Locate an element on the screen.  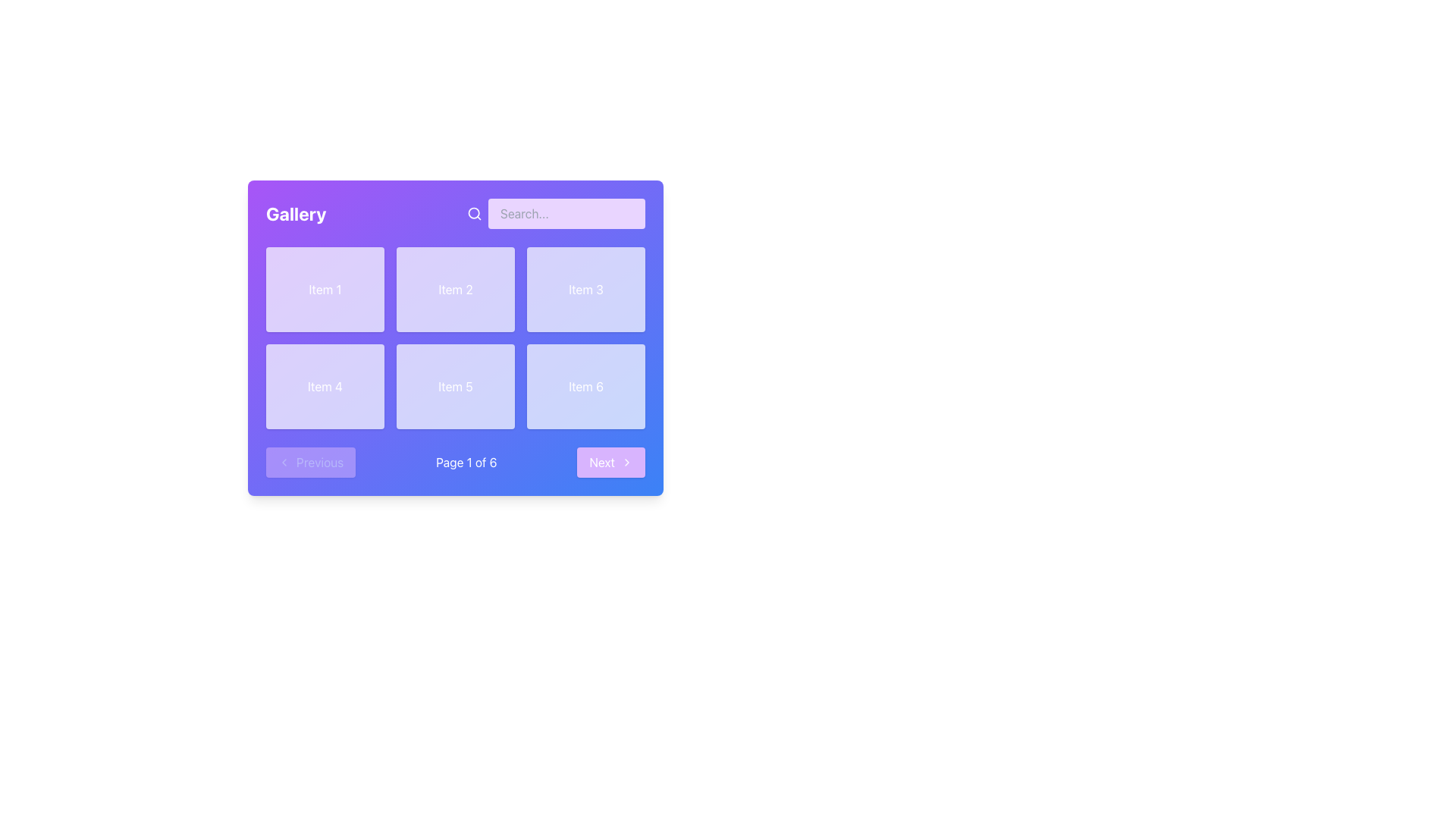
the 'Next' button located at the bottom-right corner of the pagination controls is located at coordinates (611, 461).